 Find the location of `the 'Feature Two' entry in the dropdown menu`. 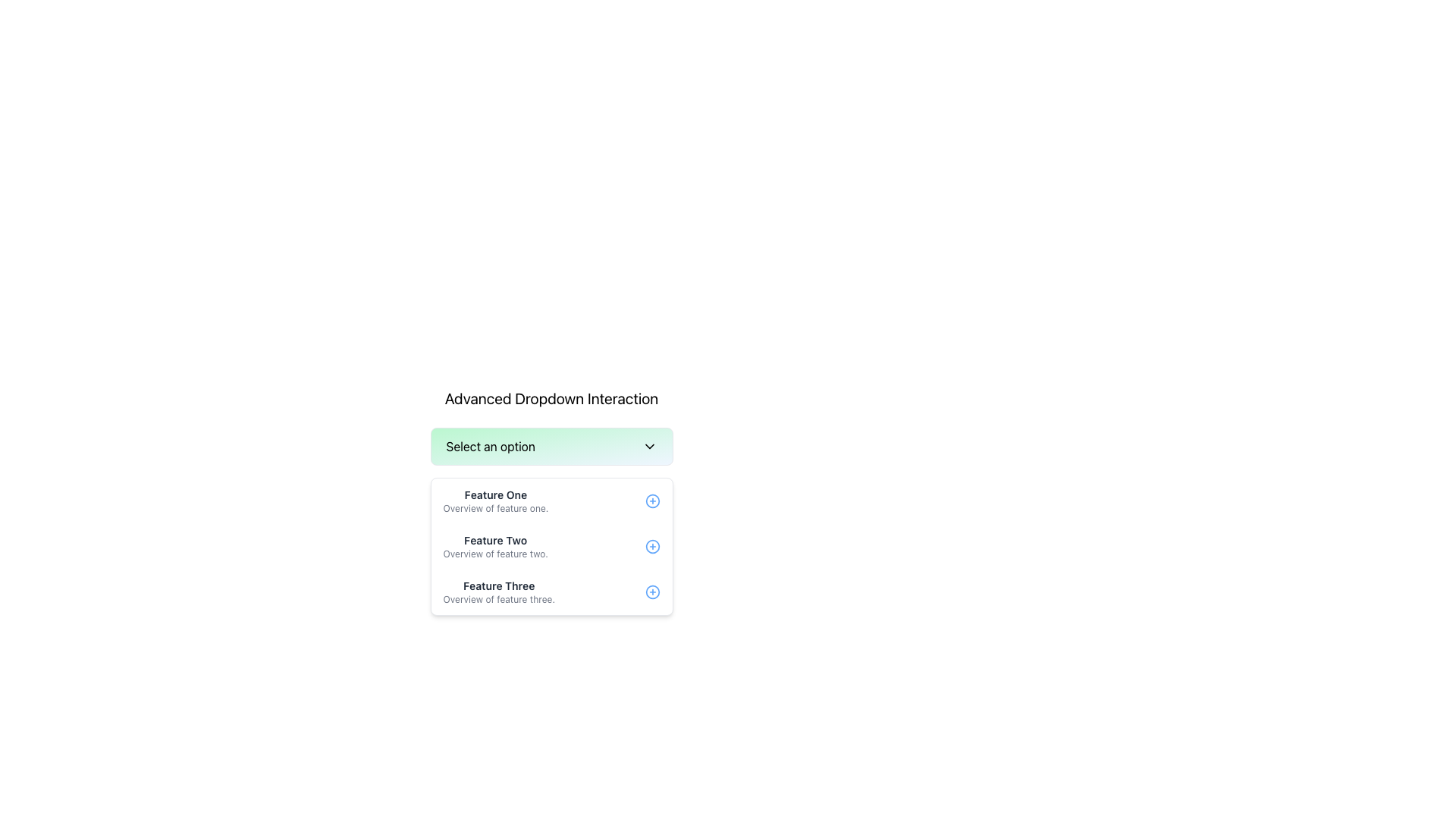

the 'Feature Two' entry in the dropdown menu is located at coordinates (551, 547).